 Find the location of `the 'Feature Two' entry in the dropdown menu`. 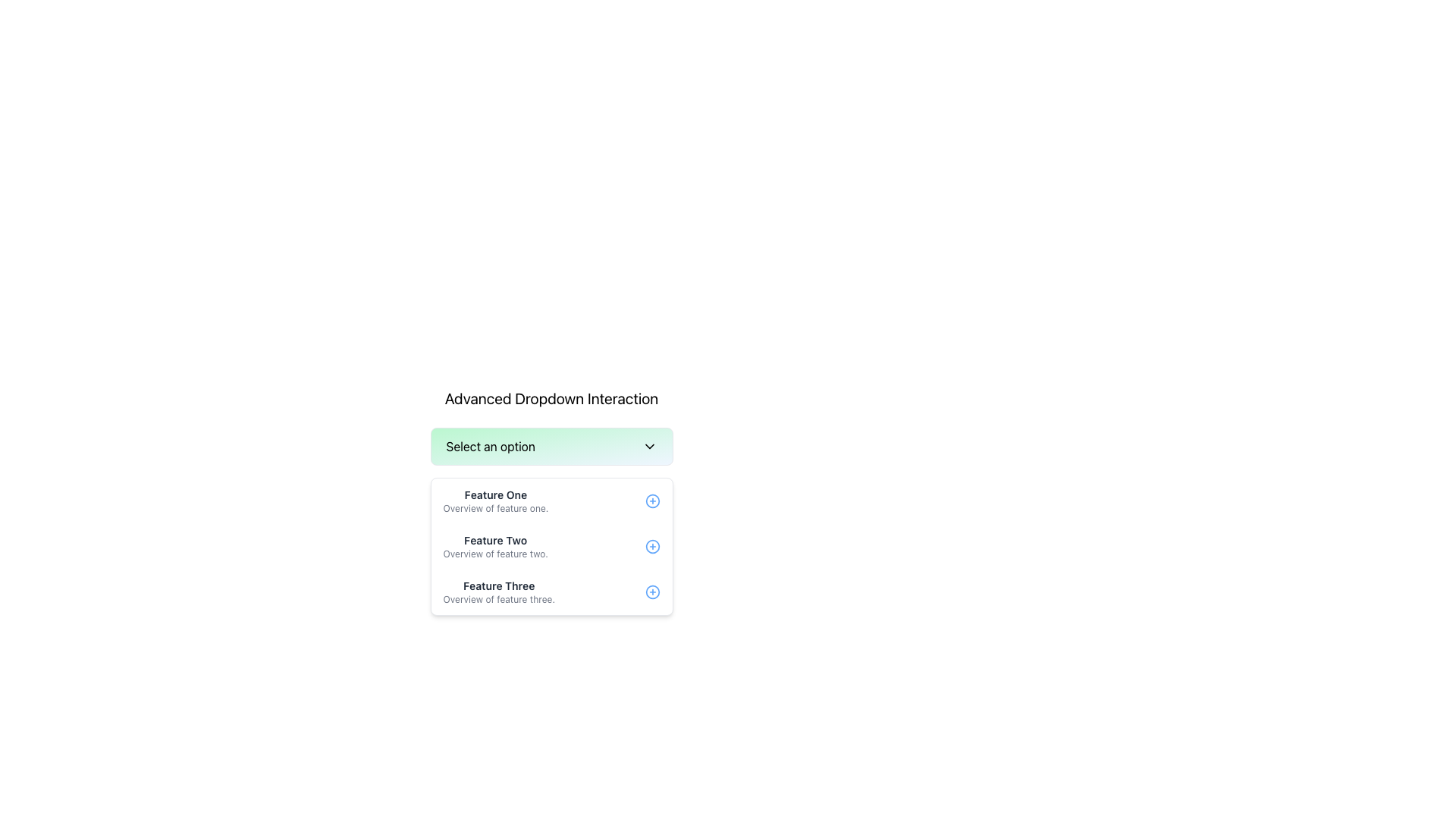

the 'Feature Two' entry in the dropdown menu is located at coordinates (551, 547).